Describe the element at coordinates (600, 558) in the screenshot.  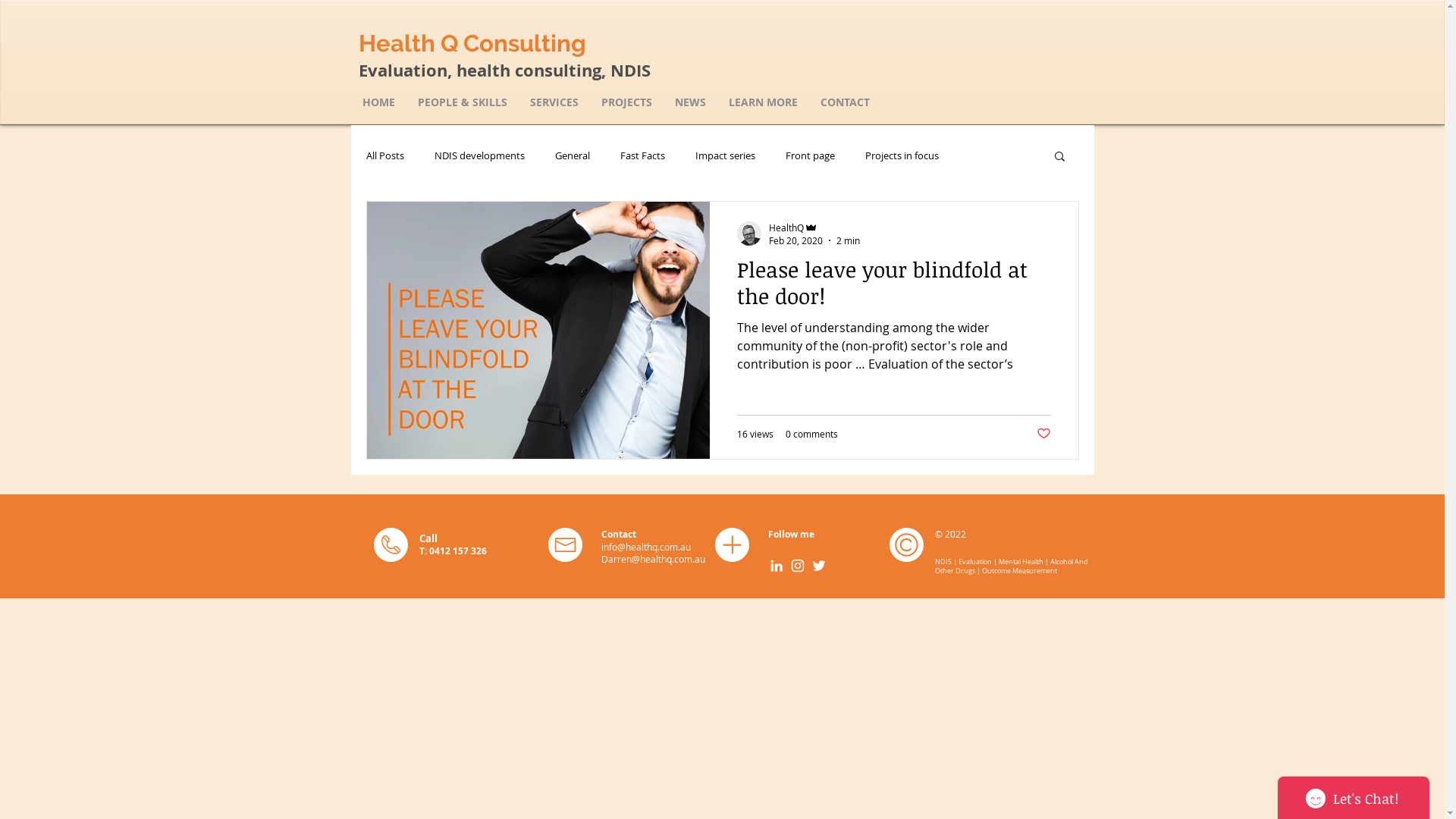
I see `'Darren@healthq.com.au'` at that location.